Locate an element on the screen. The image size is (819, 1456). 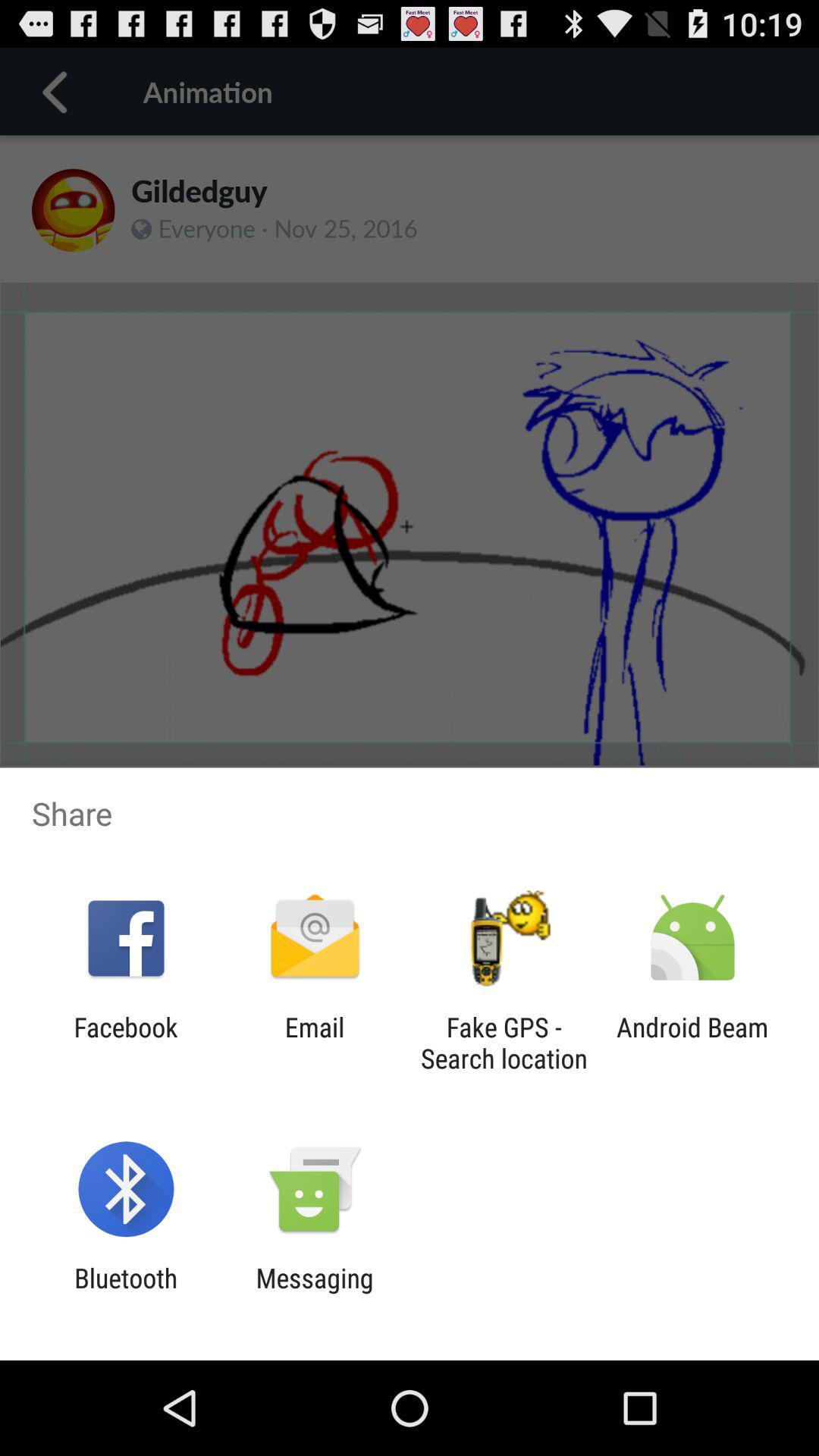
item next to email is located at coordinates (504, 1042).